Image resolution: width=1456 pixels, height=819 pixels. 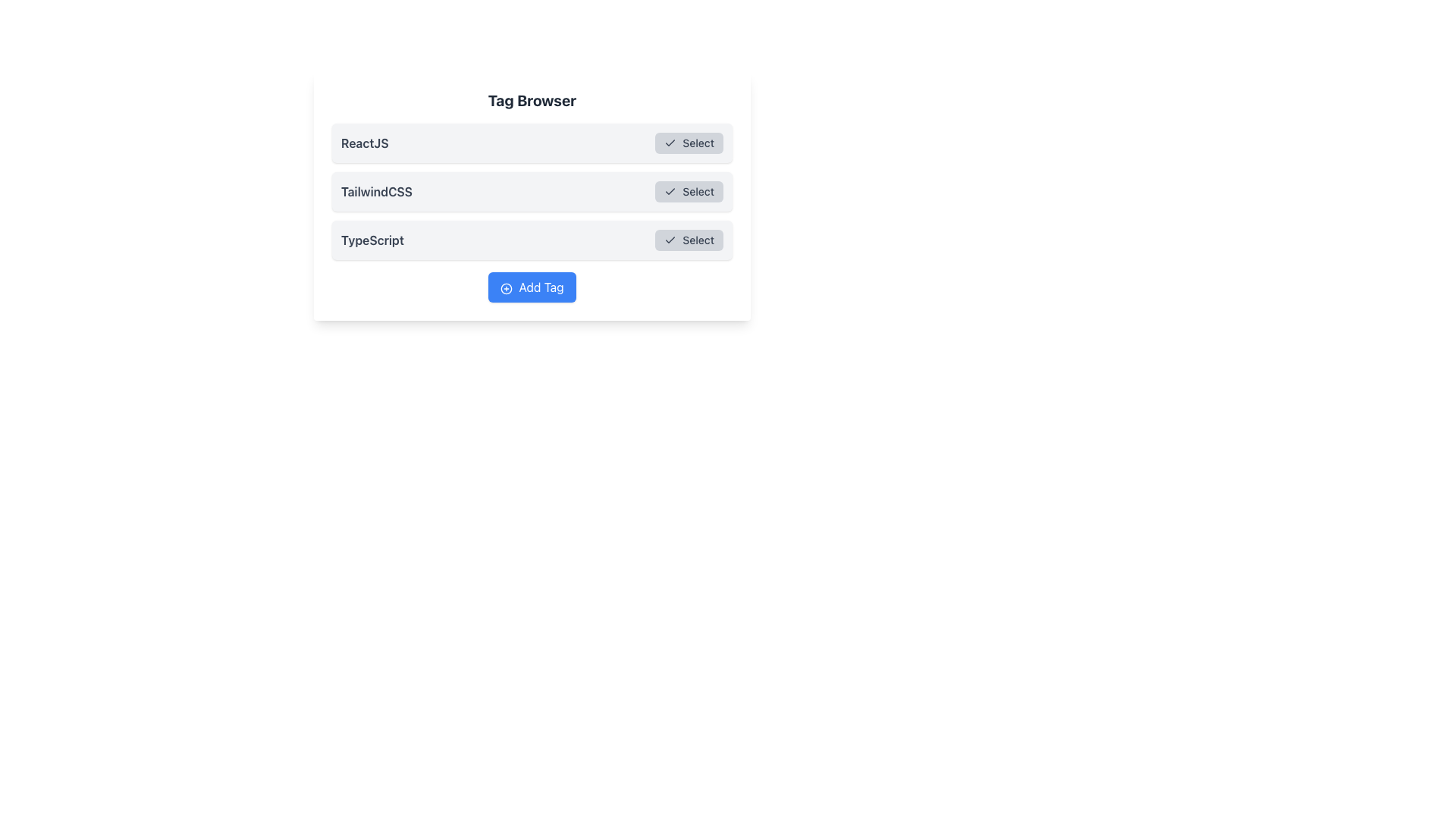 What do you see at coordinates (689, 239) in the screenshot?
I see `the 'Select' button with a checkmark icon located in the 'TypeScript' section` at bounding box center [689, 239].